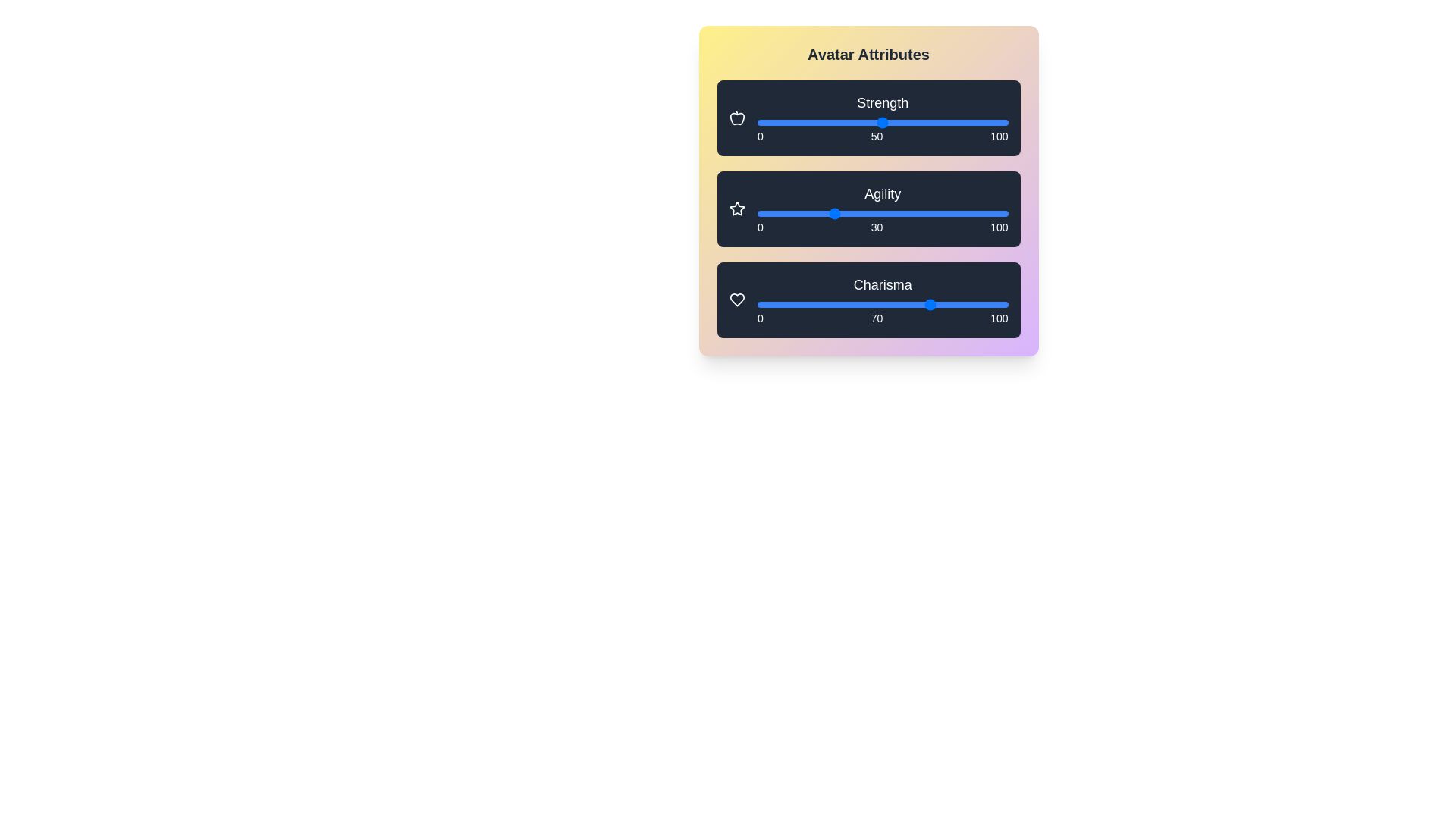 The height and width of the screenshot is (819, 1456). I want to click on the heart icon next to 'Charisma', so click(736, 300).